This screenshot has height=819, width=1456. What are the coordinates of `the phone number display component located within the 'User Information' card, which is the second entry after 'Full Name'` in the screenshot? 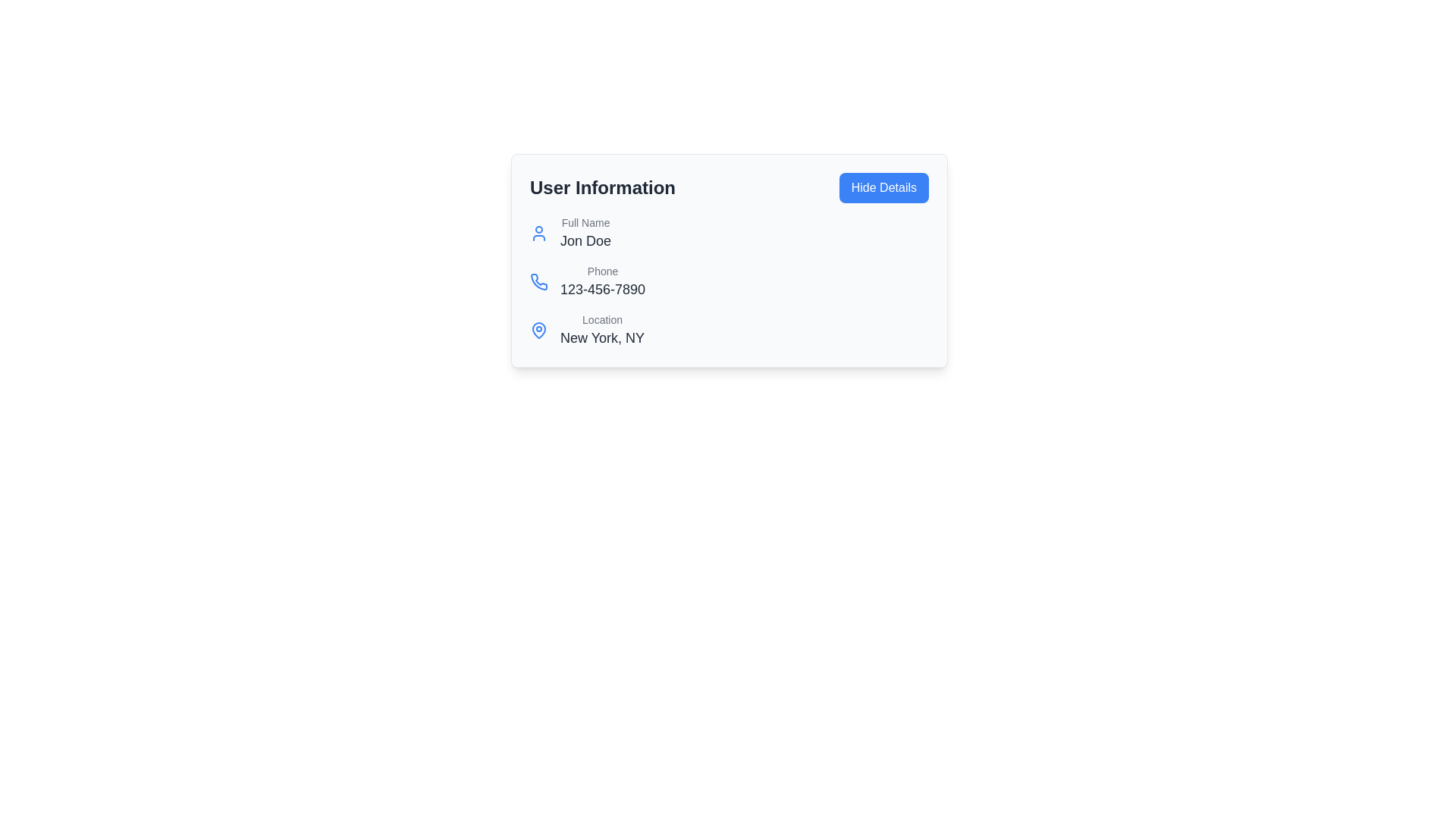 It's located at (729, 281).